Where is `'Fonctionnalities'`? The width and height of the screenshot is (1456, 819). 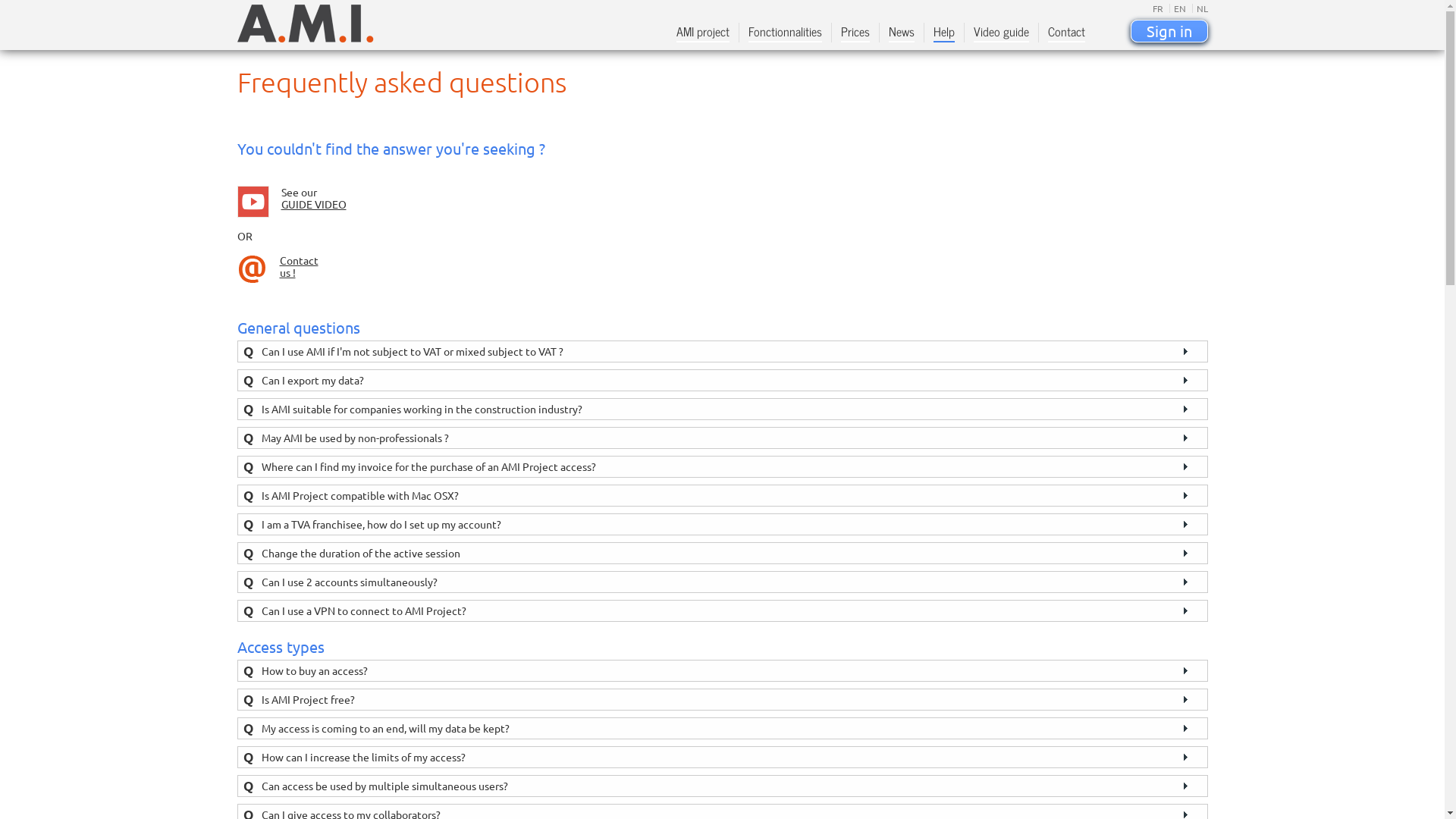
'Fonctionnalities' is located at coordinates (747, 33).